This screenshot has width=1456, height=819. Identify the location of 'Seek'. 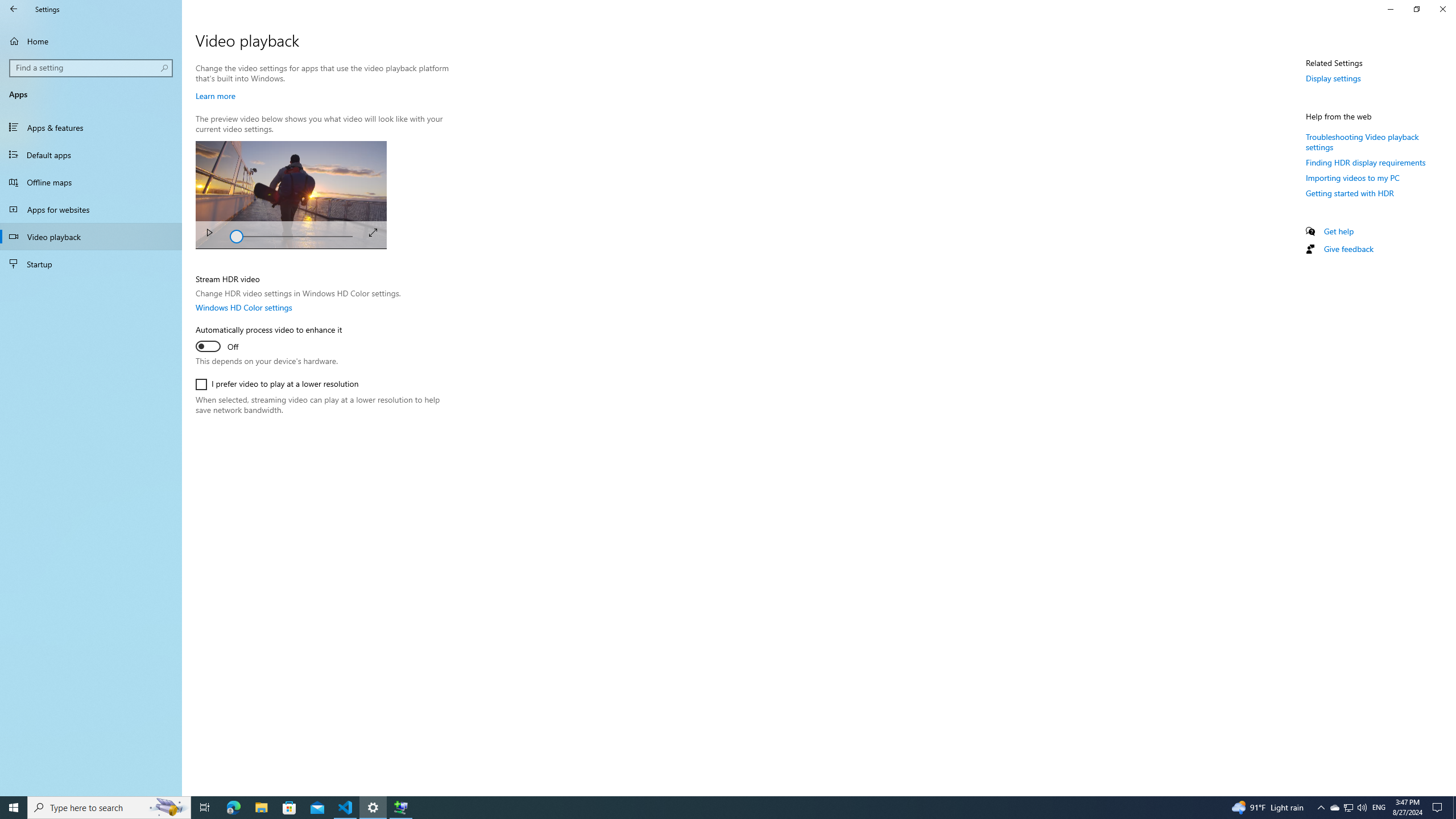
(291, 235).